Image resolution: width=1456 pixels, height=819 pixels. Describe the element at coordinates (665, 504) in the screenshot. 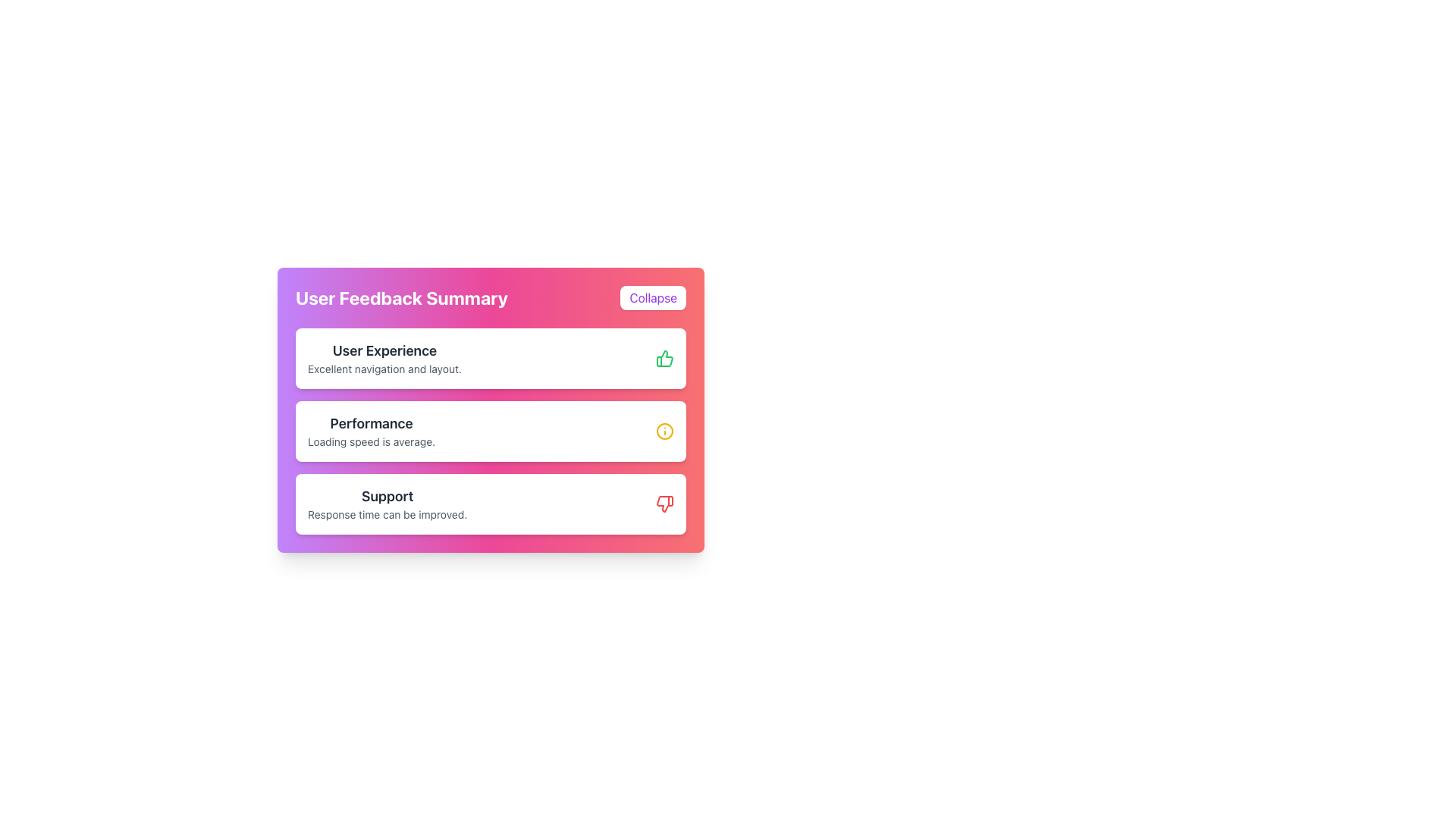

I see `the Thumbs-down icon located at the far right of the third row in the feedback list associated with the 'Support' category` at that location.